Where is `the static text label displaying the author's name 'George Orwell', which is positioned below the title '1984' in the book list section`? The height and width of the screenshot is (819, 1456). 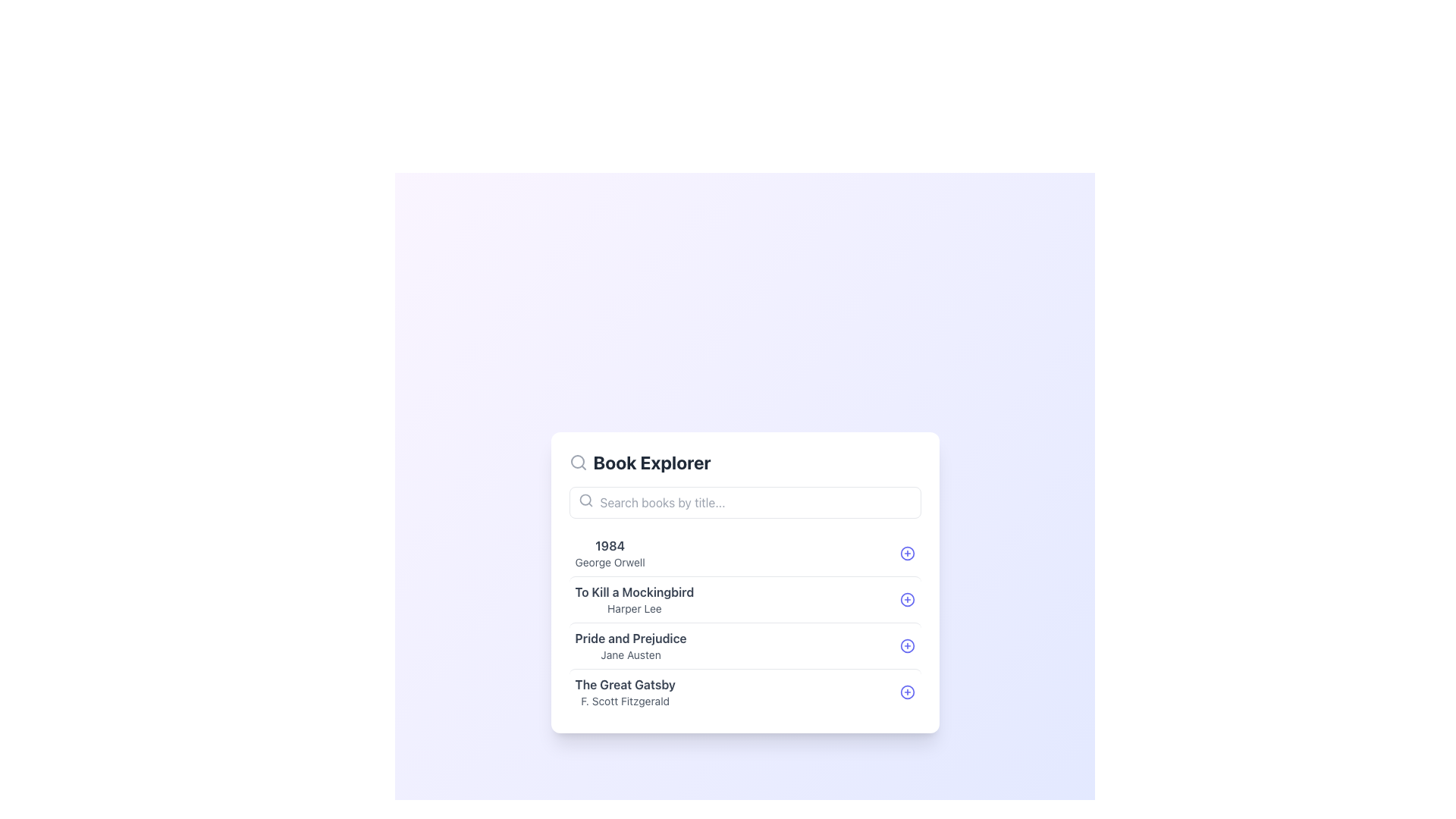 the static text label displaying the author's name 'George Orwell', which is positioned below the title '1984' in the book list section is located at coordinates (610, 562).